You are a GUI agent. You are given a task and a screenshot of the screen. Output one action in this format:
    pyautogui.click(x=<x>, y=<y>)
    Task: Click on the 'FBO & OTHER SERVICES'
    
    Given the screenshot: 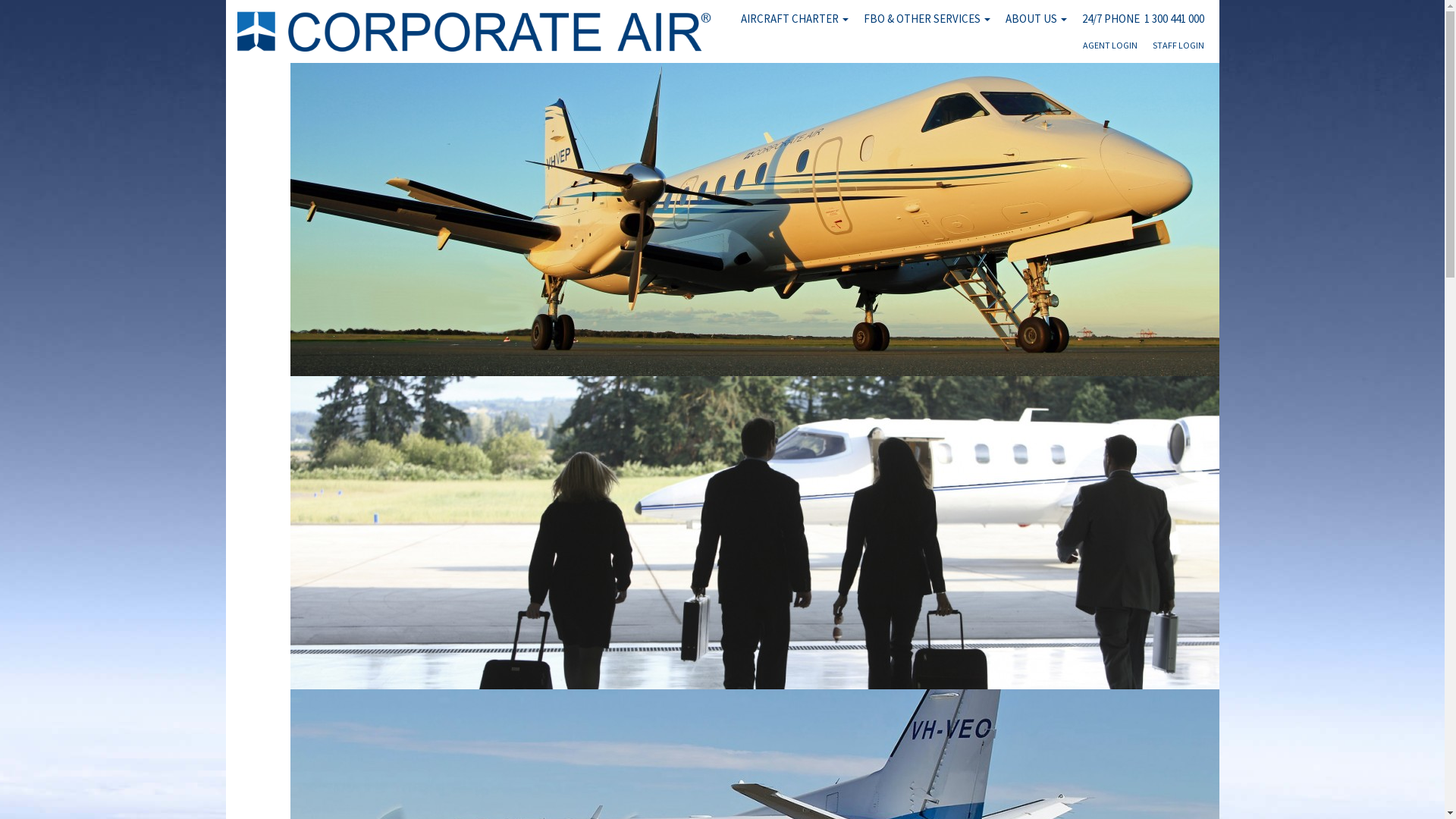 What is the action you would take?
    pyautogui.click(x=925, y=18)
    